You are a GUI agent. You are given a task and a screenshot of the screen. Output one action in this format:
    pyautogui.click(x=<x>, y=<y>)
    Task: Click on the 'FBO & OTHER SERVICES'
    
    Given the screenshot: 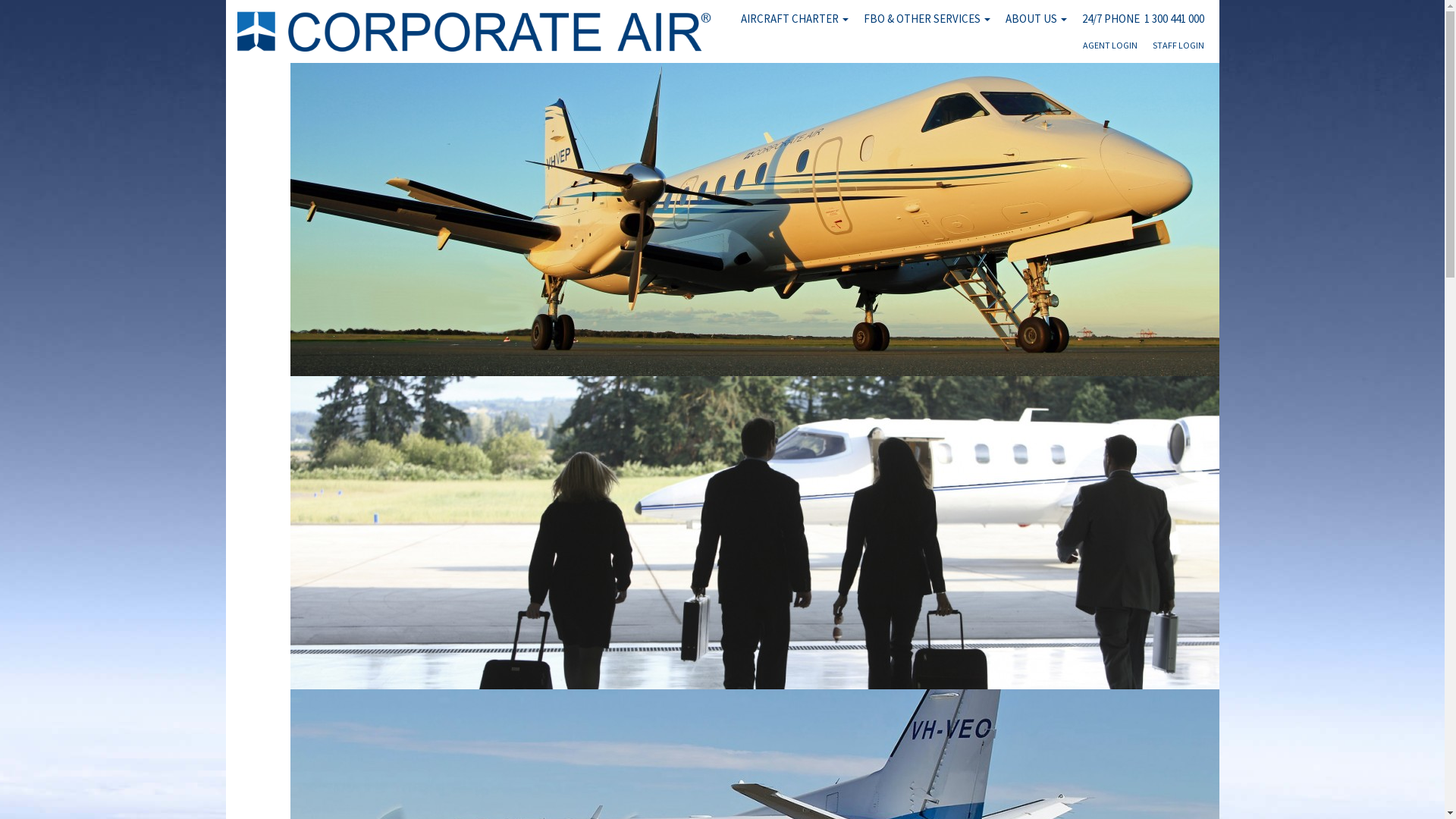 What is the action you would take?
    pyautogui.click(x=925, y=18)
    